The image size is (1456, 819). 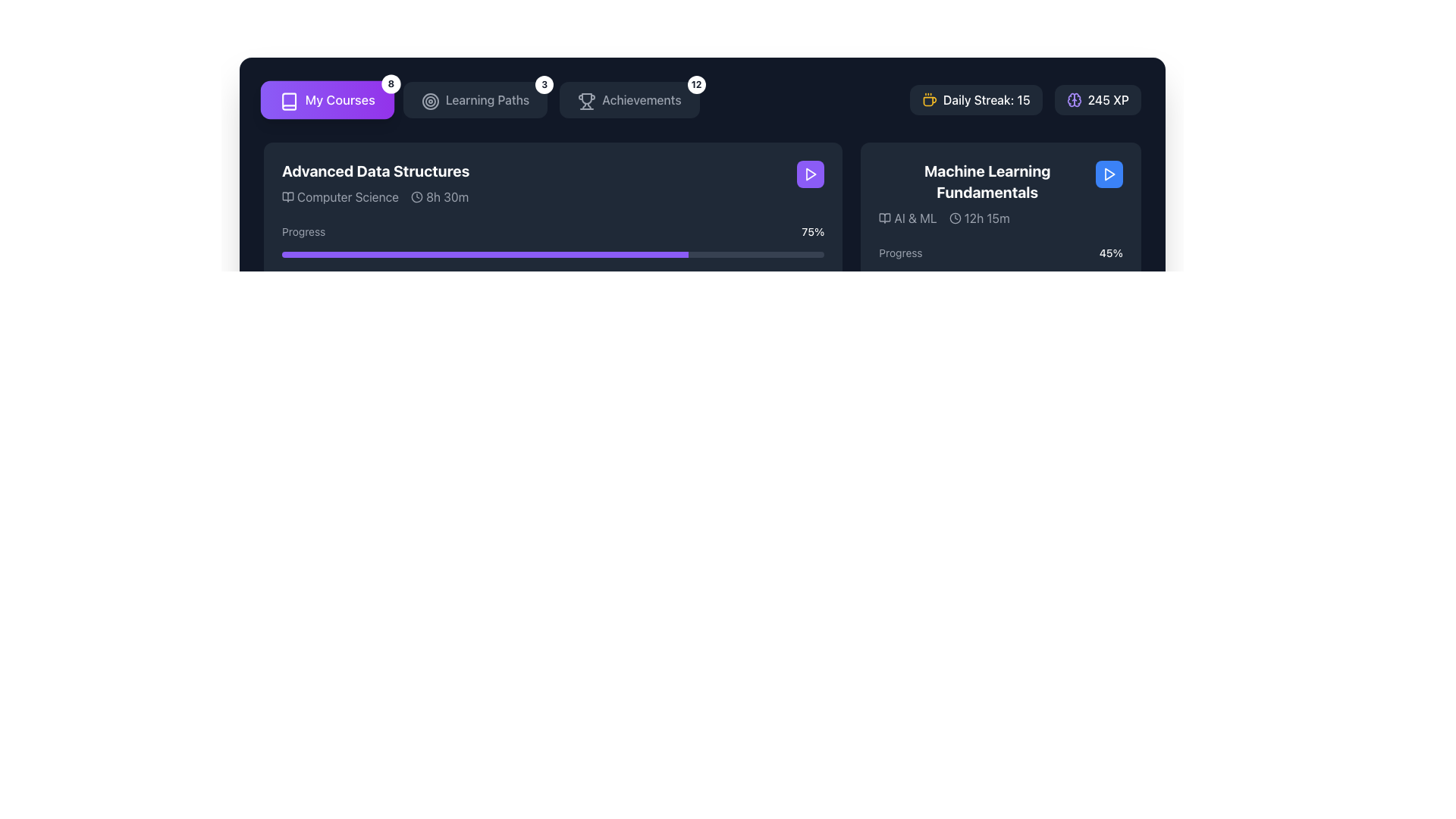 What do you see at coordinates (287, 99) in the screenshot?
I see `the small square book icon with a white outline on a purple background located to the left of the text 'My Courses' in the navigation bar` at bounding box center [287, 99].